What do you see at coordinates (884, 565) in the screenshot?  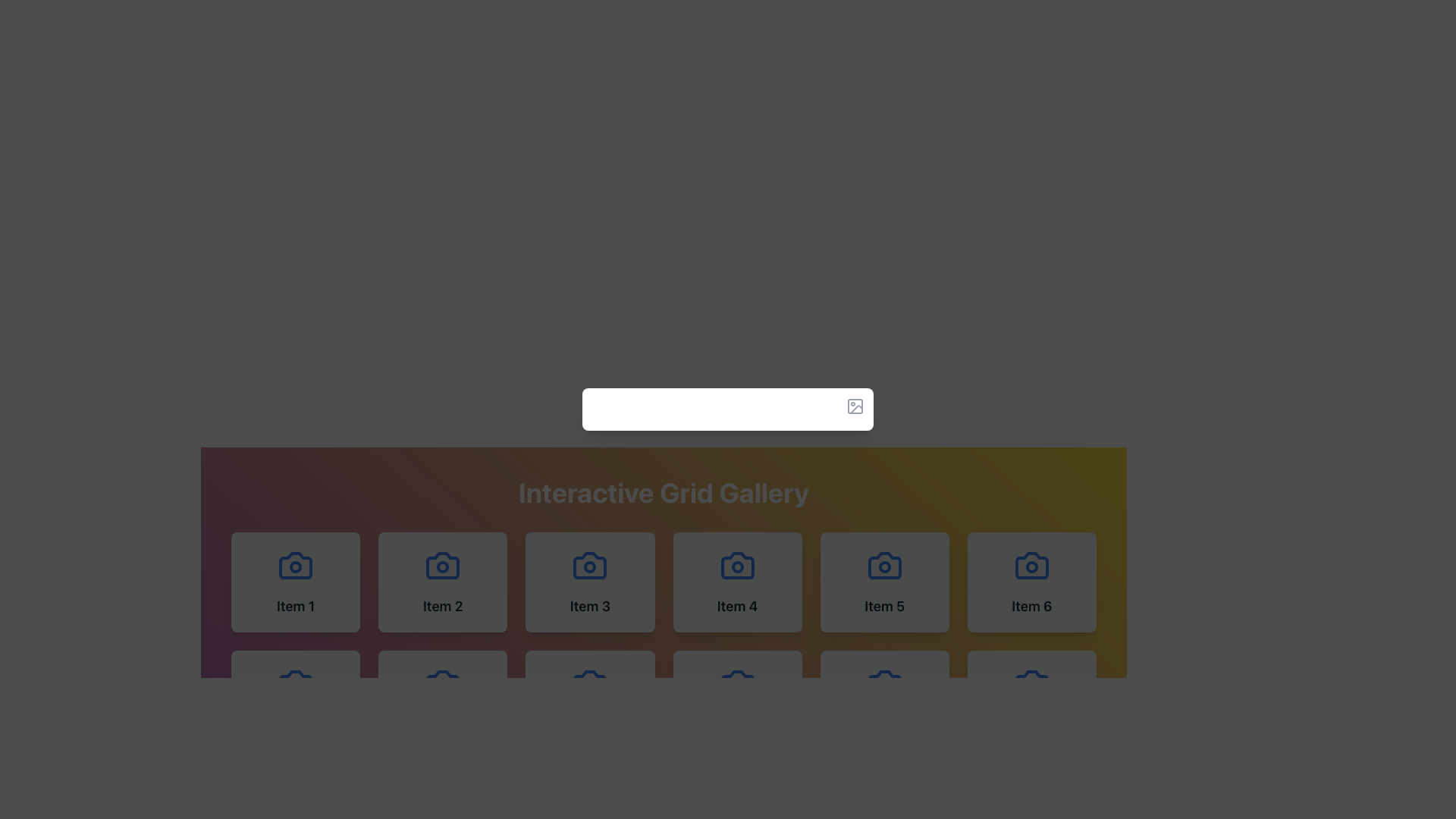 I see `the camera icon located at the top-center part of the 'Item 5' card in the grid layout` at bounding box center [884, 565].